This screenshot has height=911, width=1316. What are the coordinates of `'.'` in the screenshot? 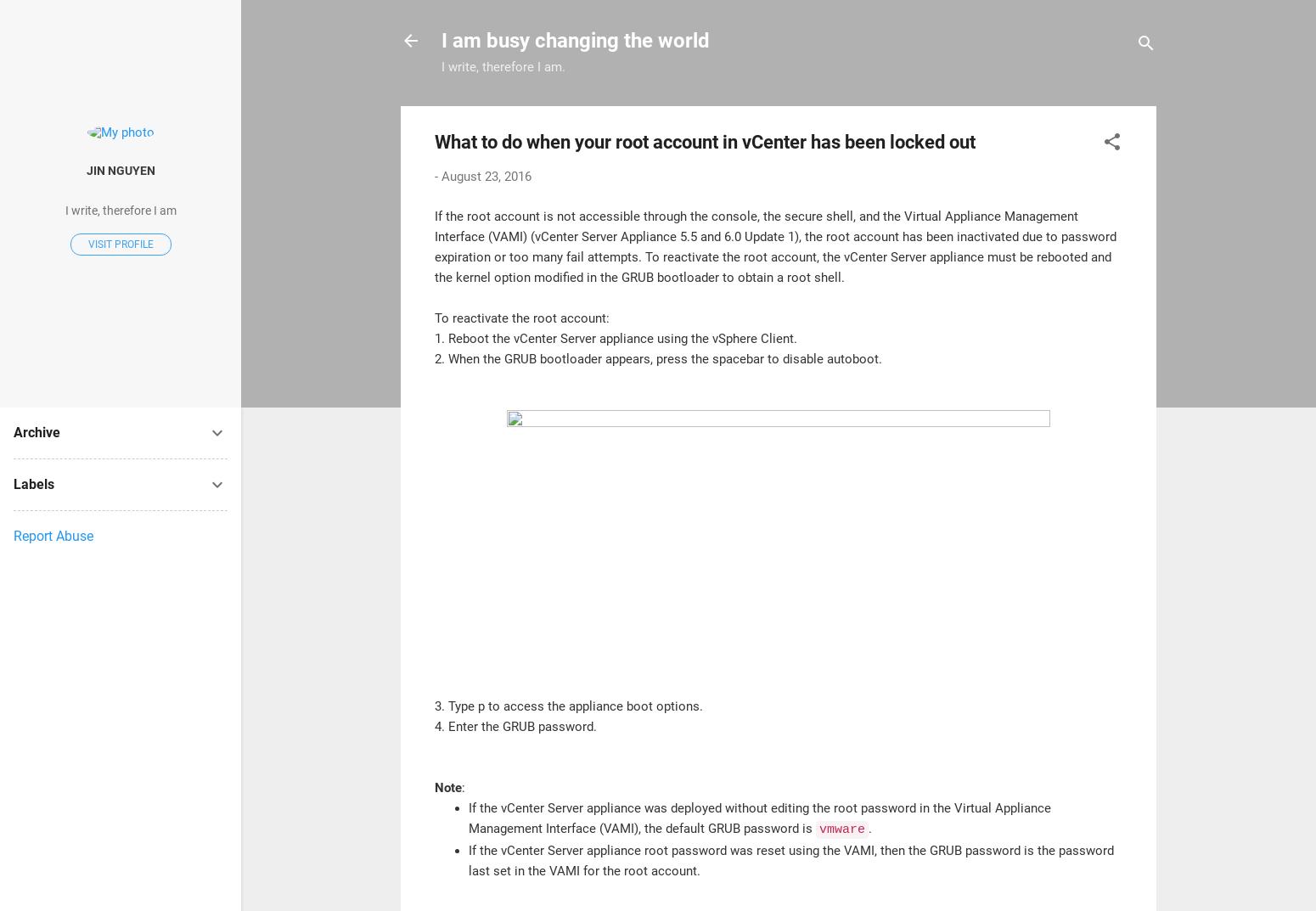 It's located at (870, 827).